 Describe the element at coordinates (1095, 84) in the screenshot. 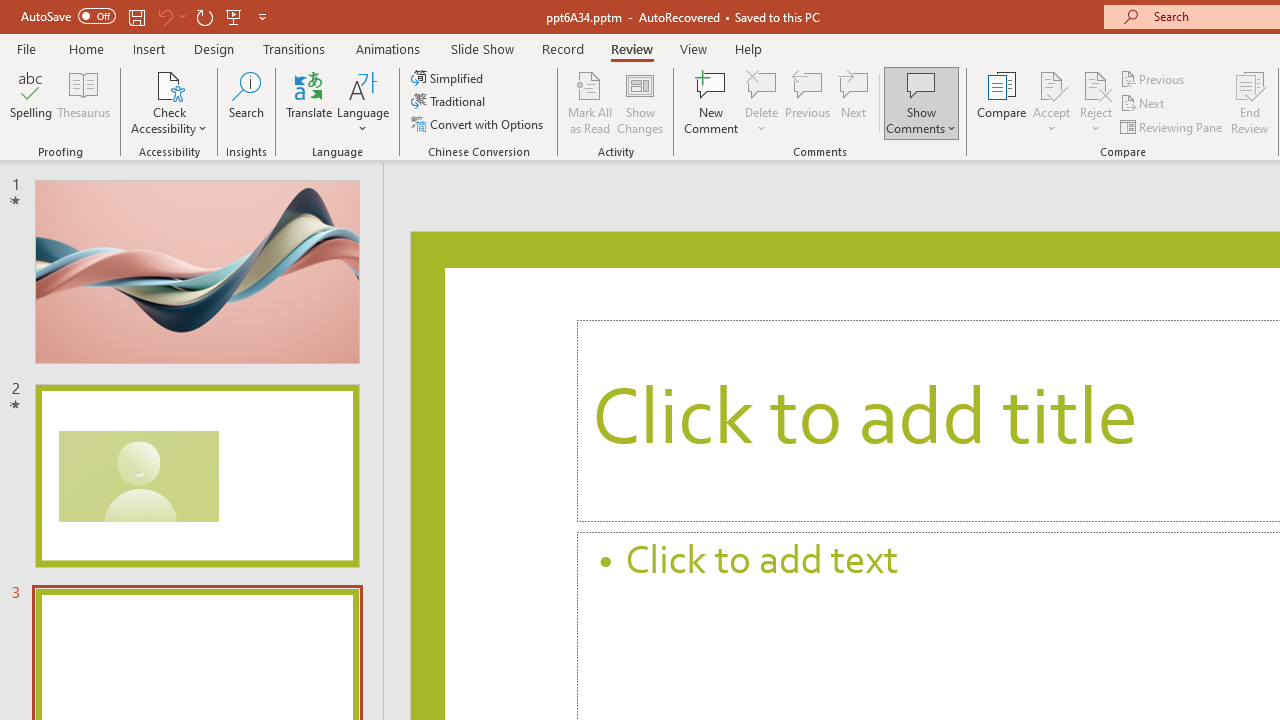

I see `'Reject Change'` at that location.